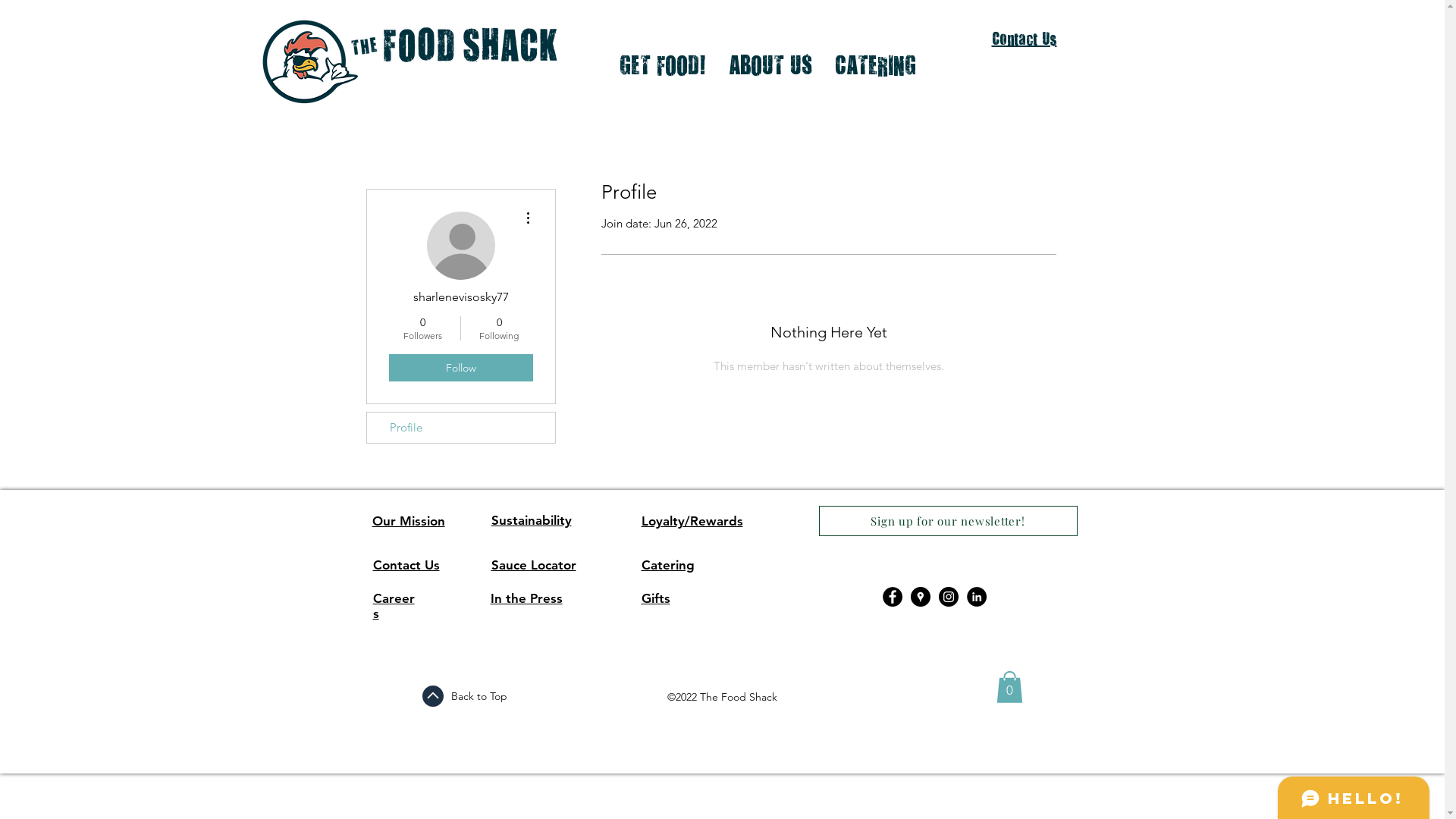  I want to click on '0, so click(422, 327).